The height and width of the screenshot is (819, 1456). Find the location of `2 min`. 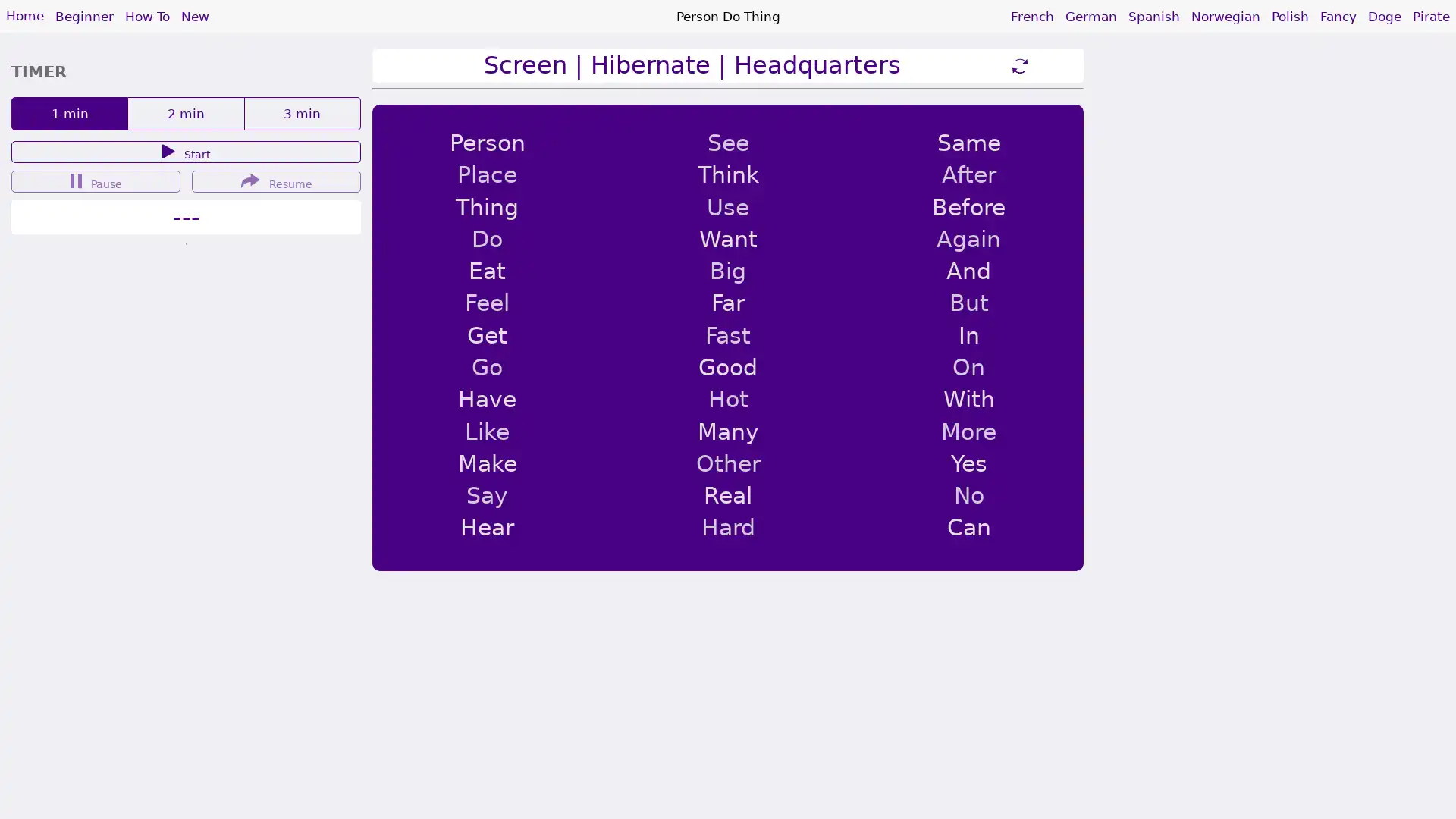

2 min is located at coordinates (185, 113).